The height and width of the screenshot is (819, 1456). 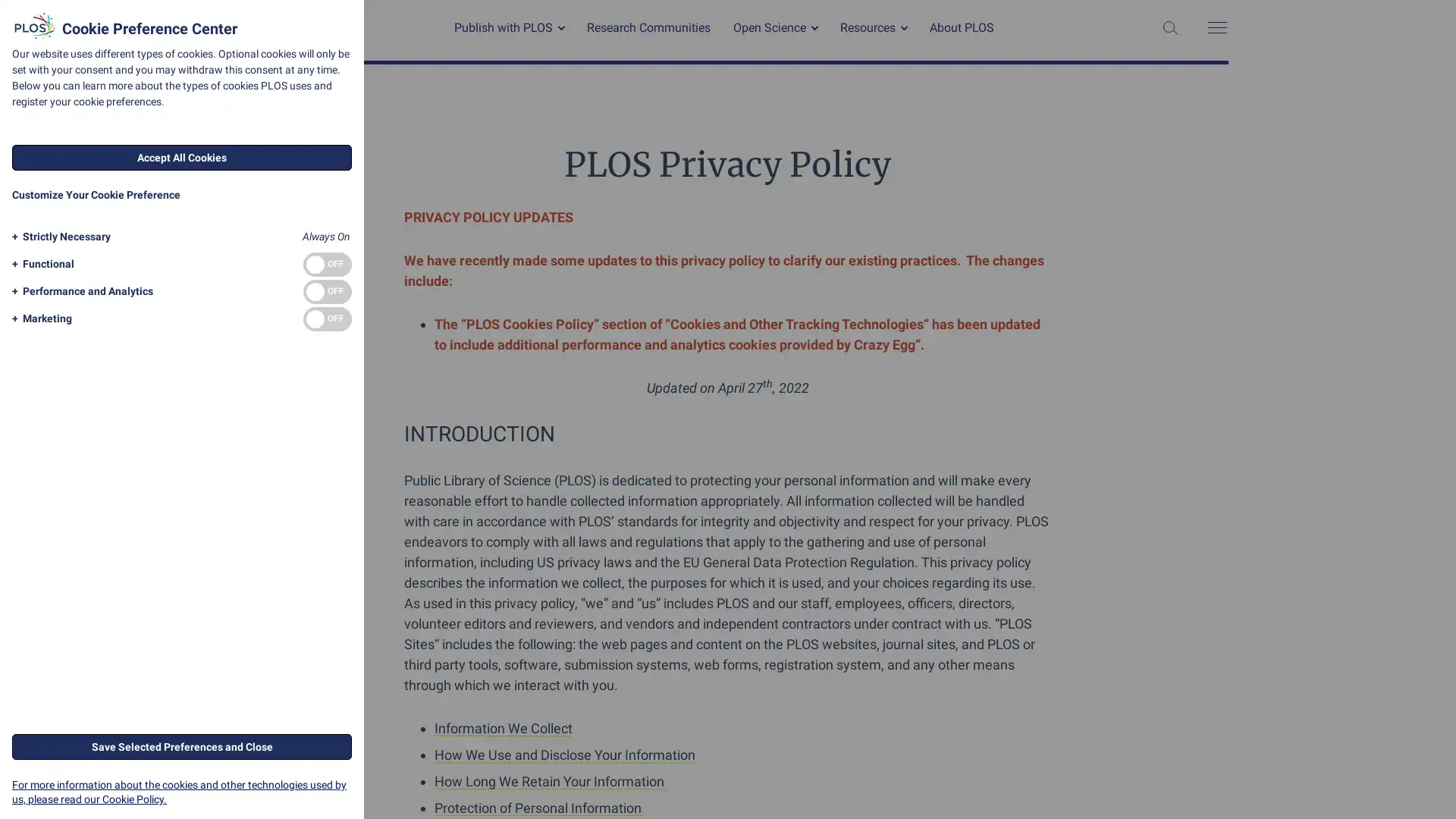 I want to click on Save Selected Preferences and Close, so click(x=182, y=745).